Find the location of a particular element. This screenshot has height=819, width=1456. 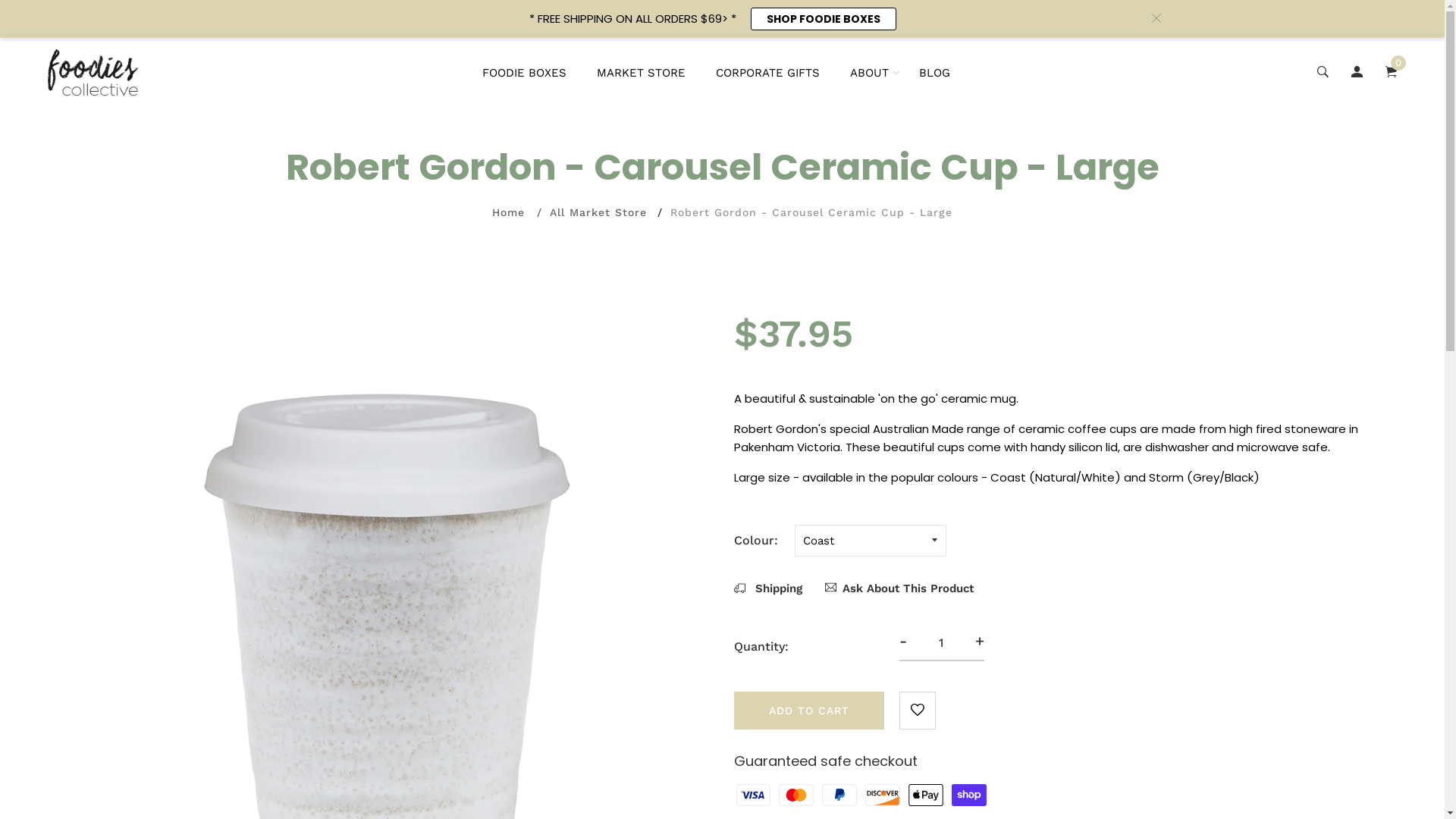

'ABOUT' is located at coordinates (869, 73).